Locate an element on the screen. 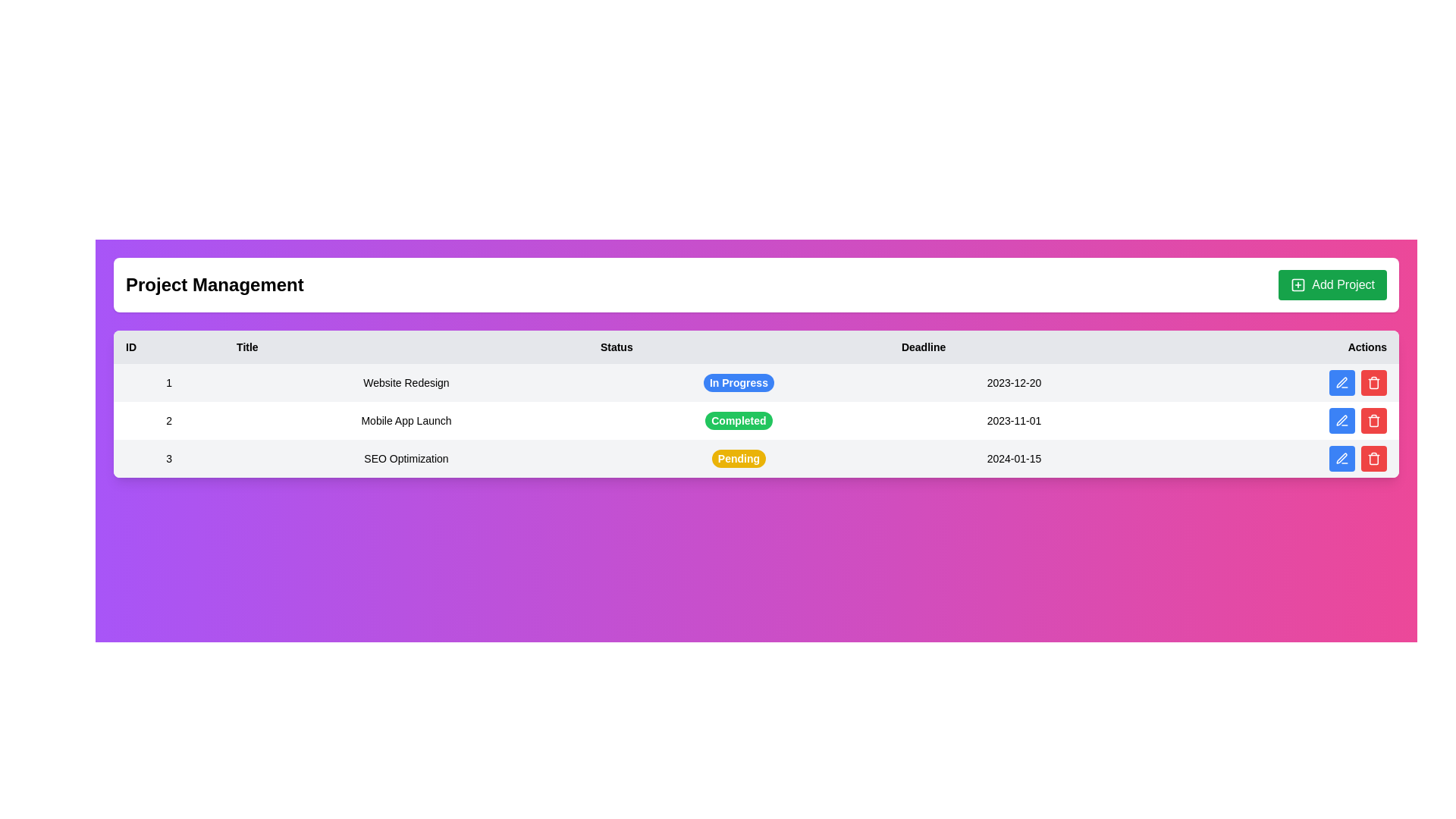 Image resolution: width=1456 pixels, height=819 pixels. the delete icon button located in the 'Actions' column of the last row for the project titled 'SEO Optimization' is located at coordinates (1373, 382).